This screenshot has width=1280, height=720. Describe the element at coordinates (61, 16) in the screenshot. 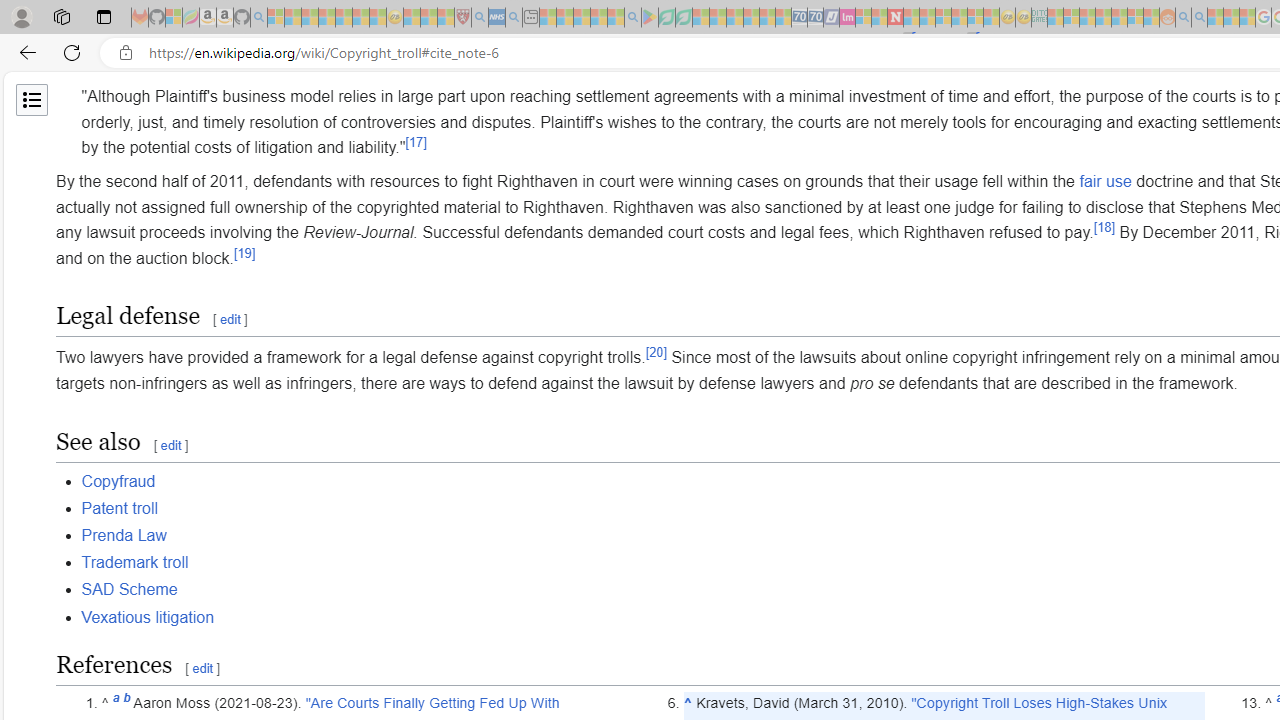

I see `'Workspaces'` at that location.